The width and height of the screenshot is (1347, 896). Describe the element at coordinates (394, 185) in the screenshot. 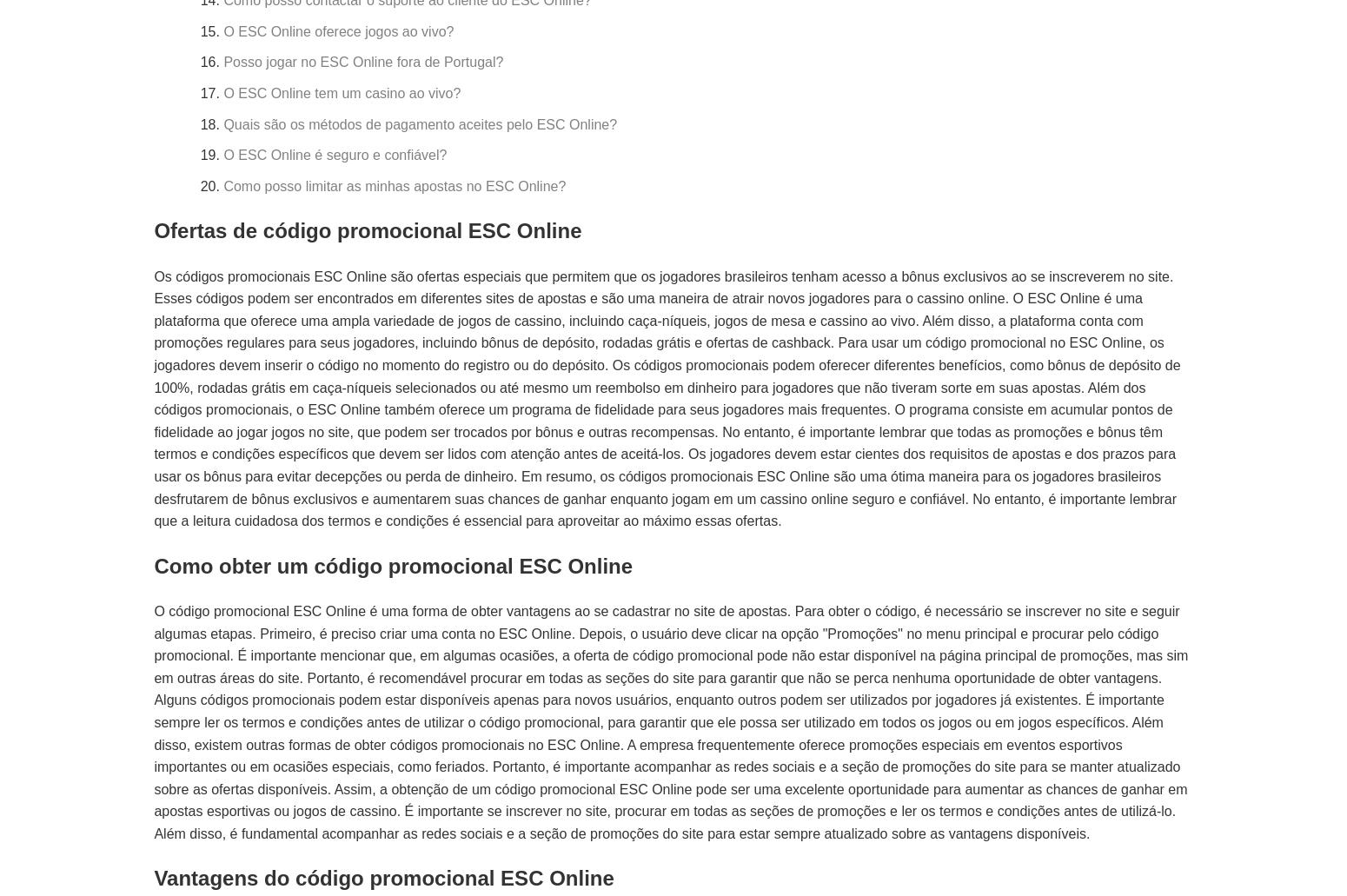

I see `'Como posso limitar as minhas apostas no ESC Online?'` at that location.